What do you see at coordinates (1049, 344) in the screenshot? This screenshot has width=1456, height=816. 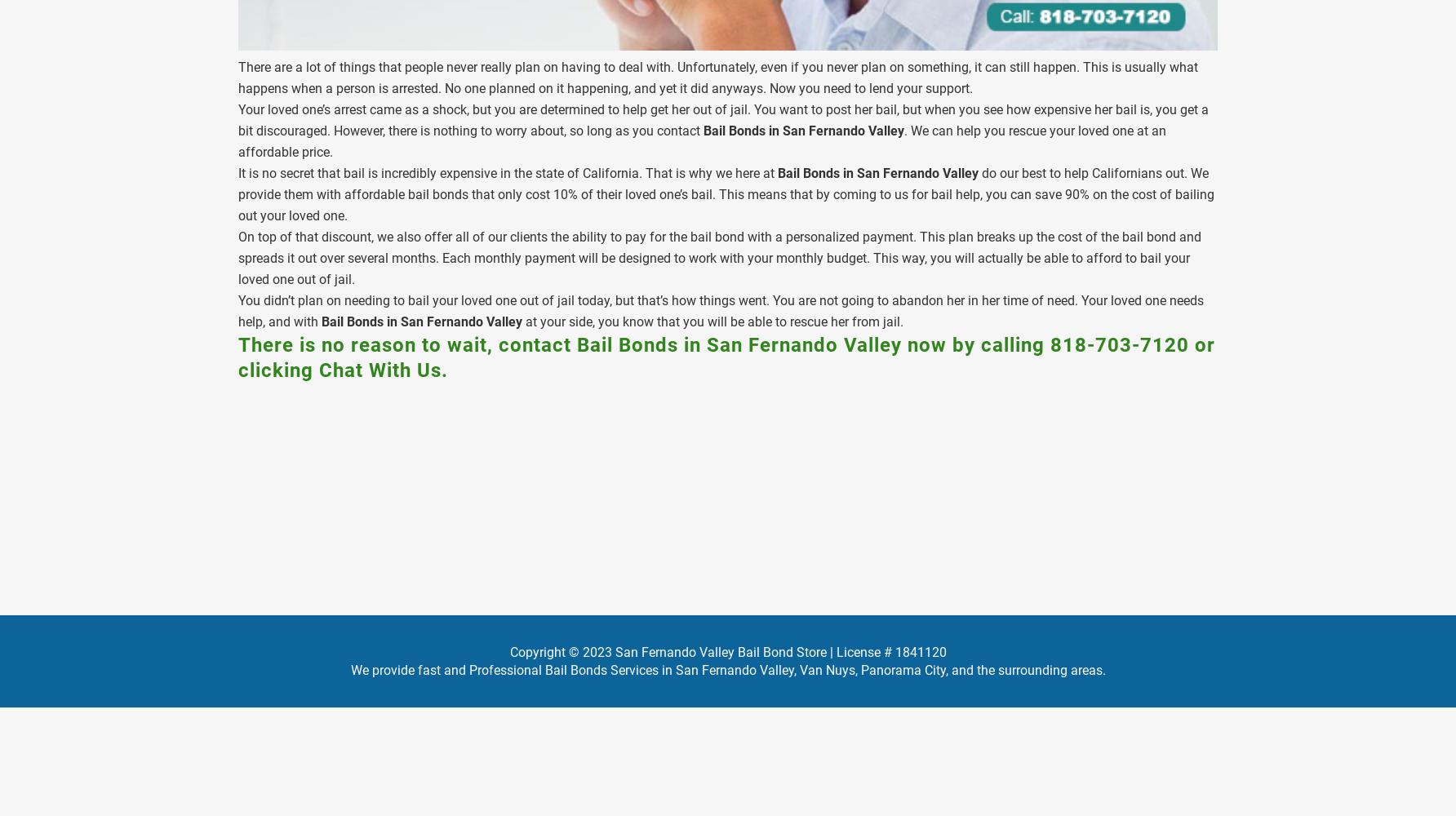 I see `'818-703-7120'` at bounding box center [1049, 344].